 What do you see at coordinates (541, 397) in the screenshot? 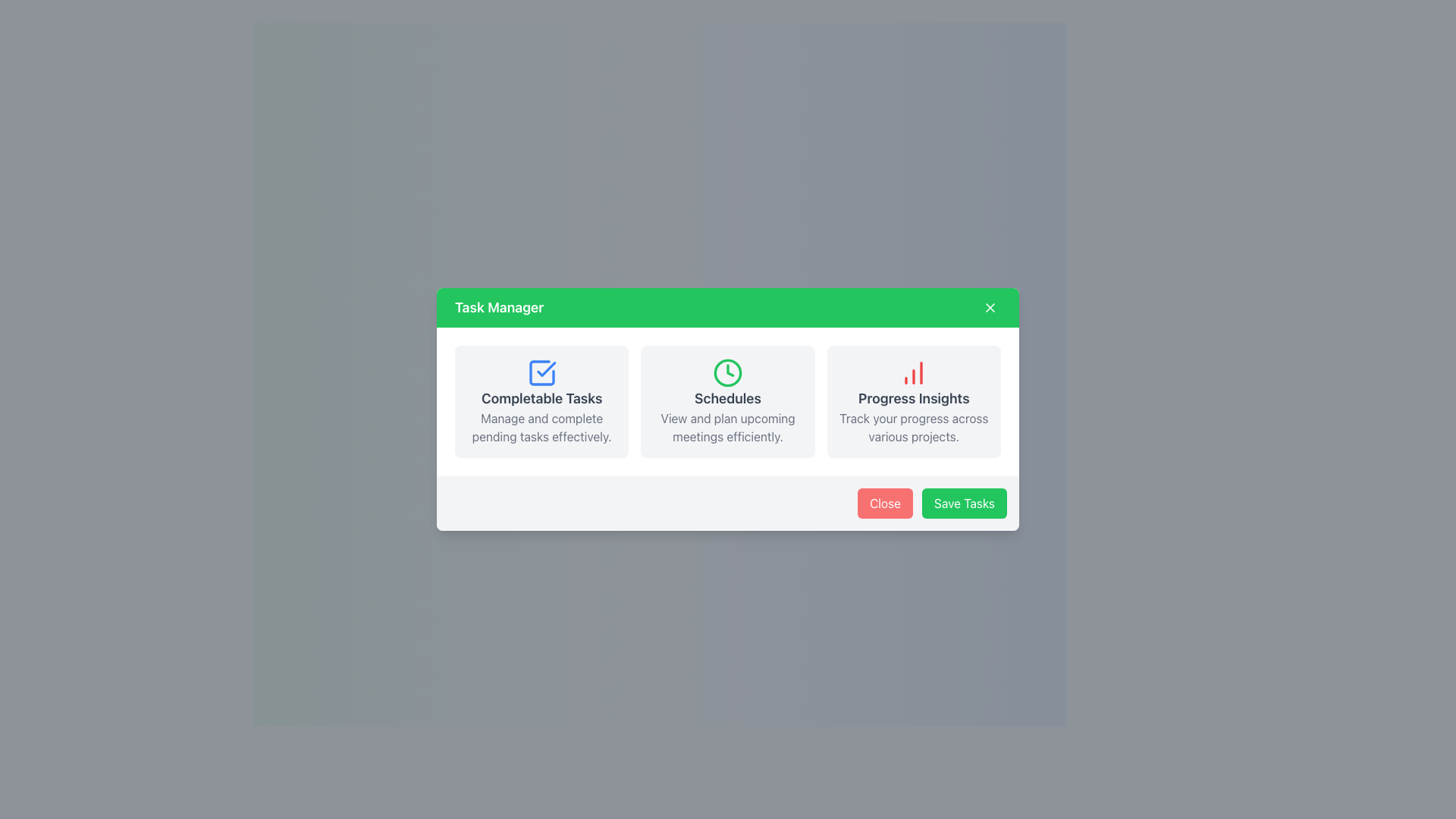
I see `text of the header label located in the 'Completable Tasks' section of the Task Manager interface, which is centrally aligned beneath a large checkmark icon` at bounding box center [541, 397].